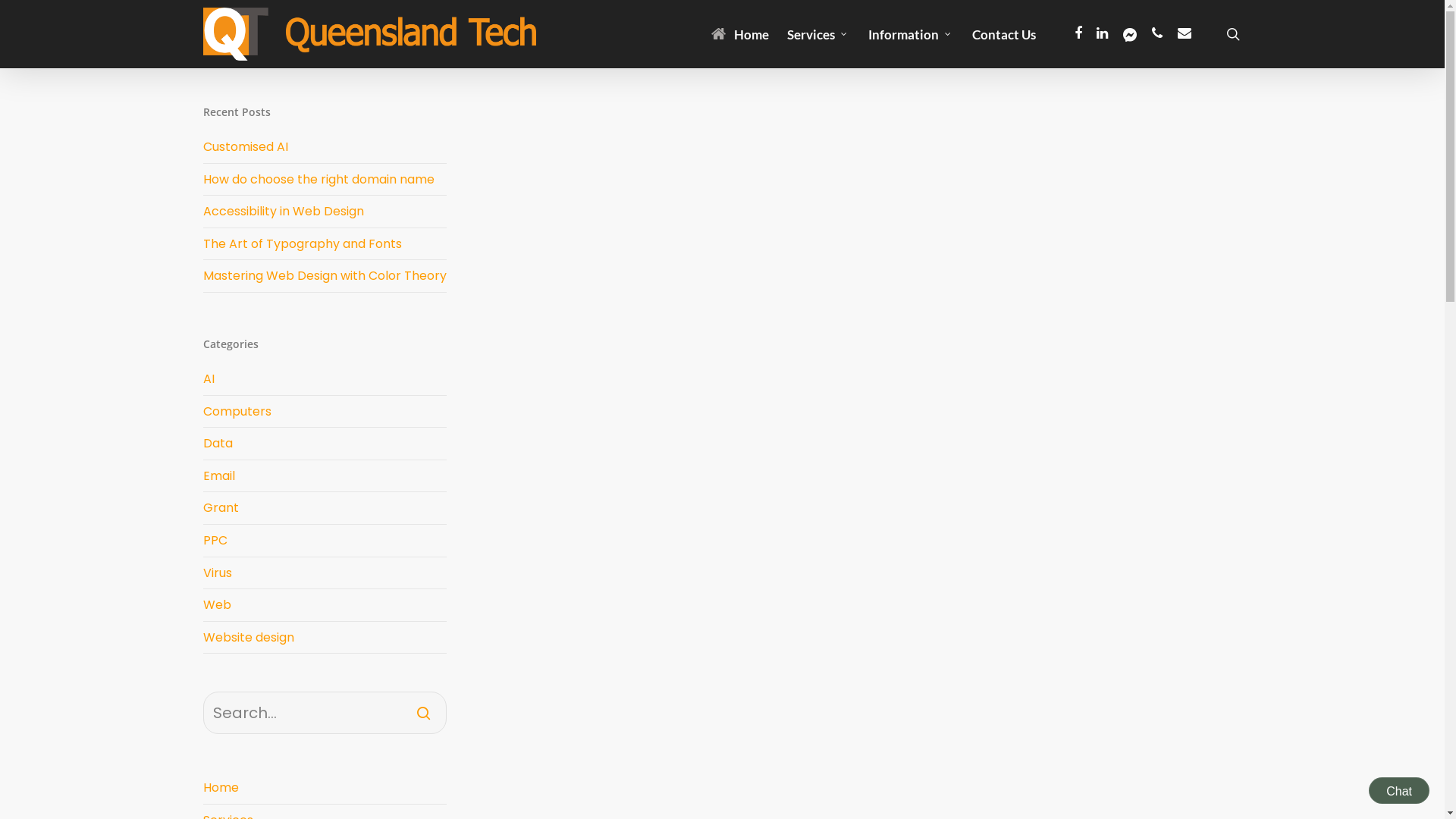 The height and width of the screenshot is (819, 1456). Describe the element at coordinates (324, 275) in the screenshot. I see `'Mastering Web Design with Color Theory'` at that location.